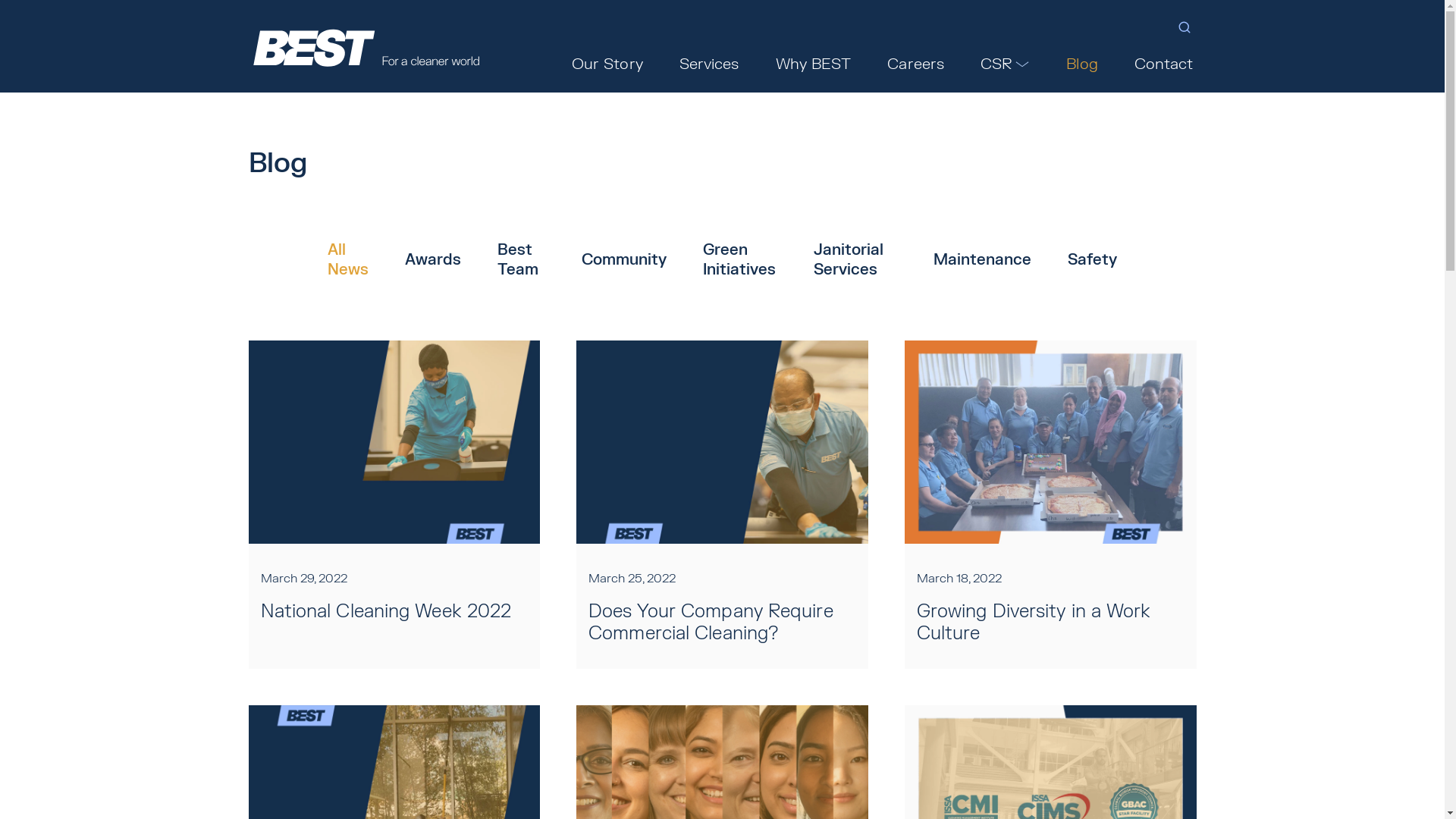 The width and height of the screenshot is (1456, 819). Describe the element at coordinates (1005, 63) in the screenshot. I see `'CSR'` at that location.